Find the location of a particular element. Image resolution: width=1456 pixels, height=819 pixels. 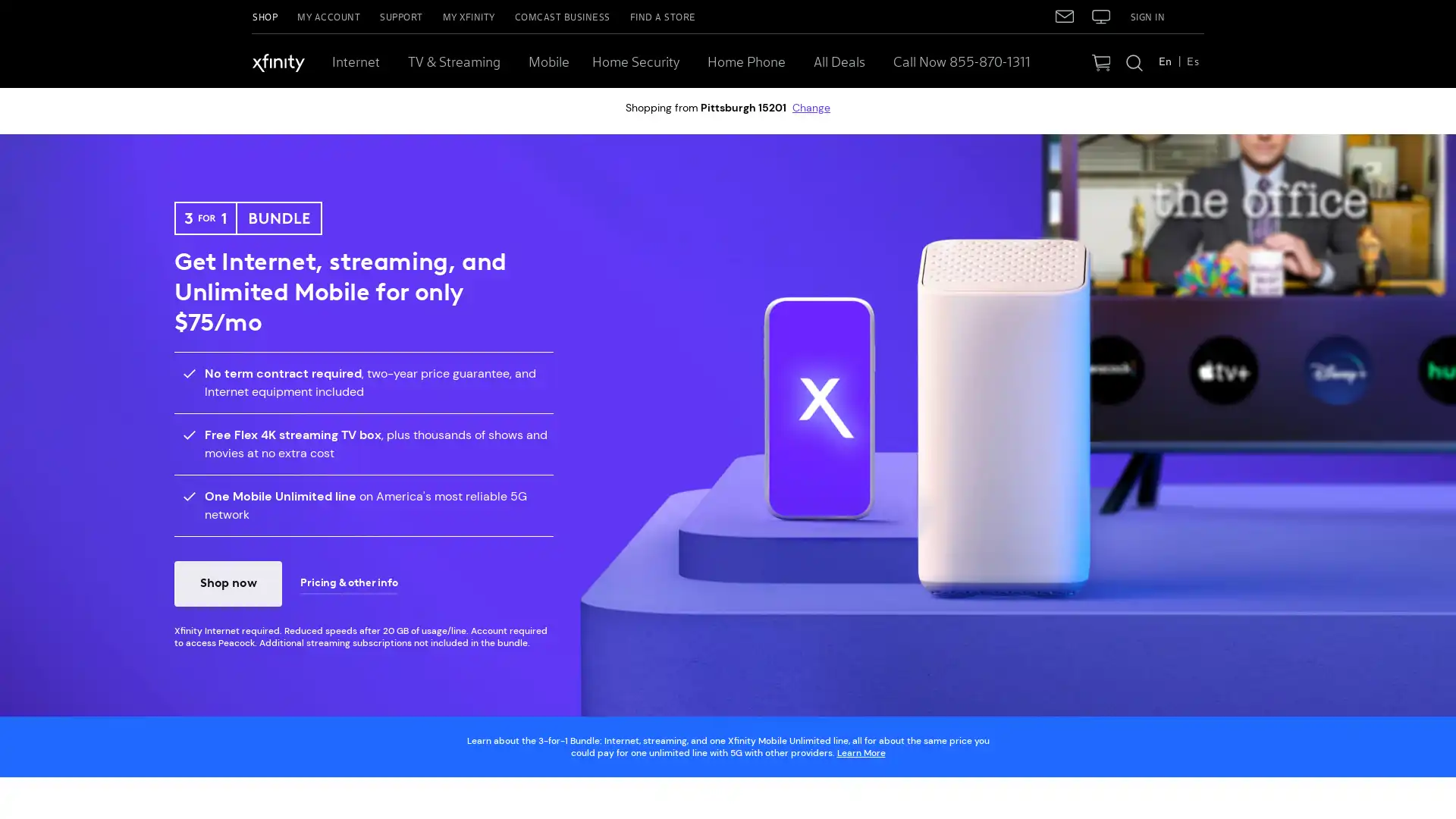

Search Xfinity.com is located at coordinates (1133, 60).